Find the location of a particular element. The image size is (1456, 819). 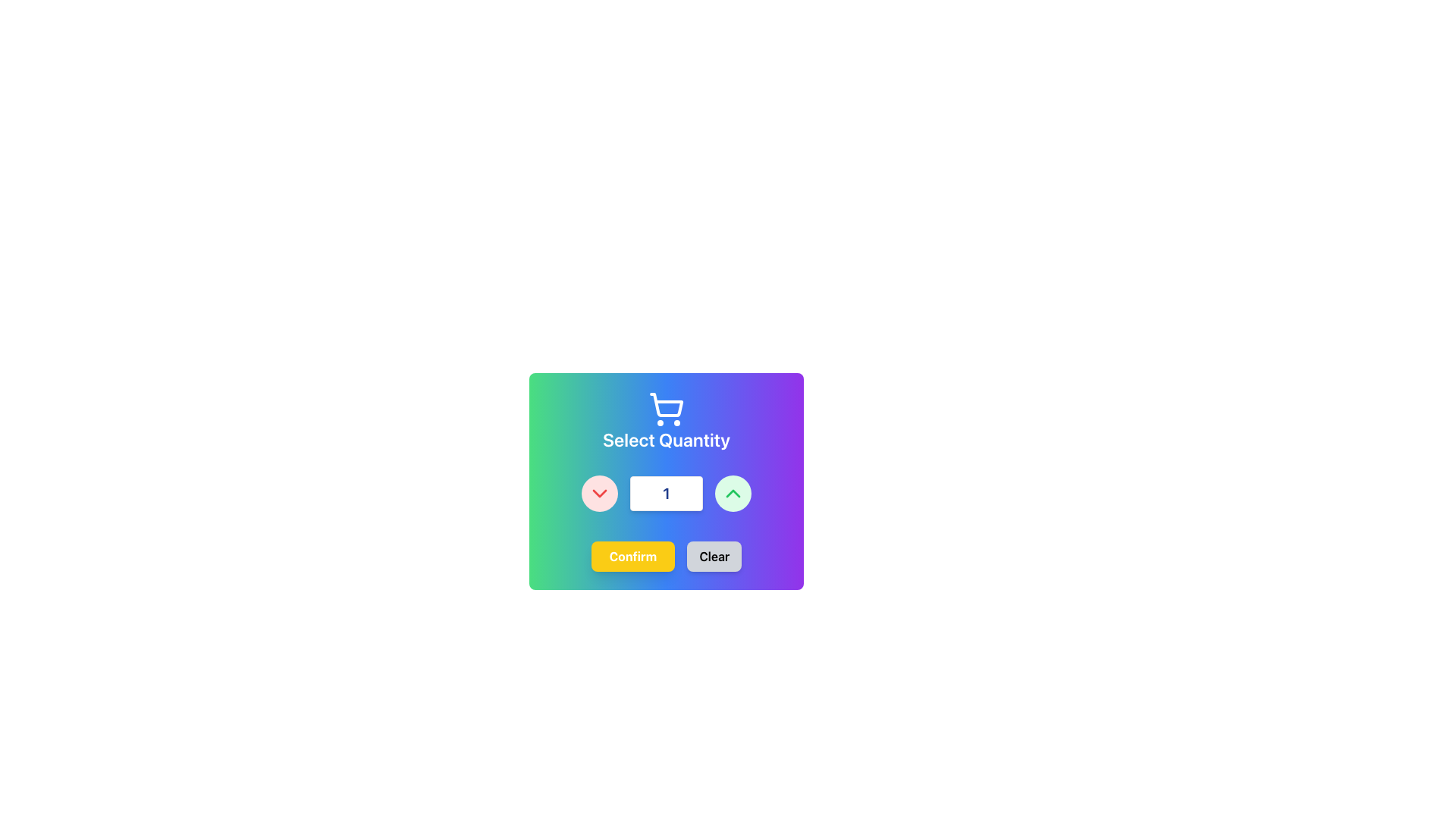

the 'Clear' button is located at coordinates (714, 556).